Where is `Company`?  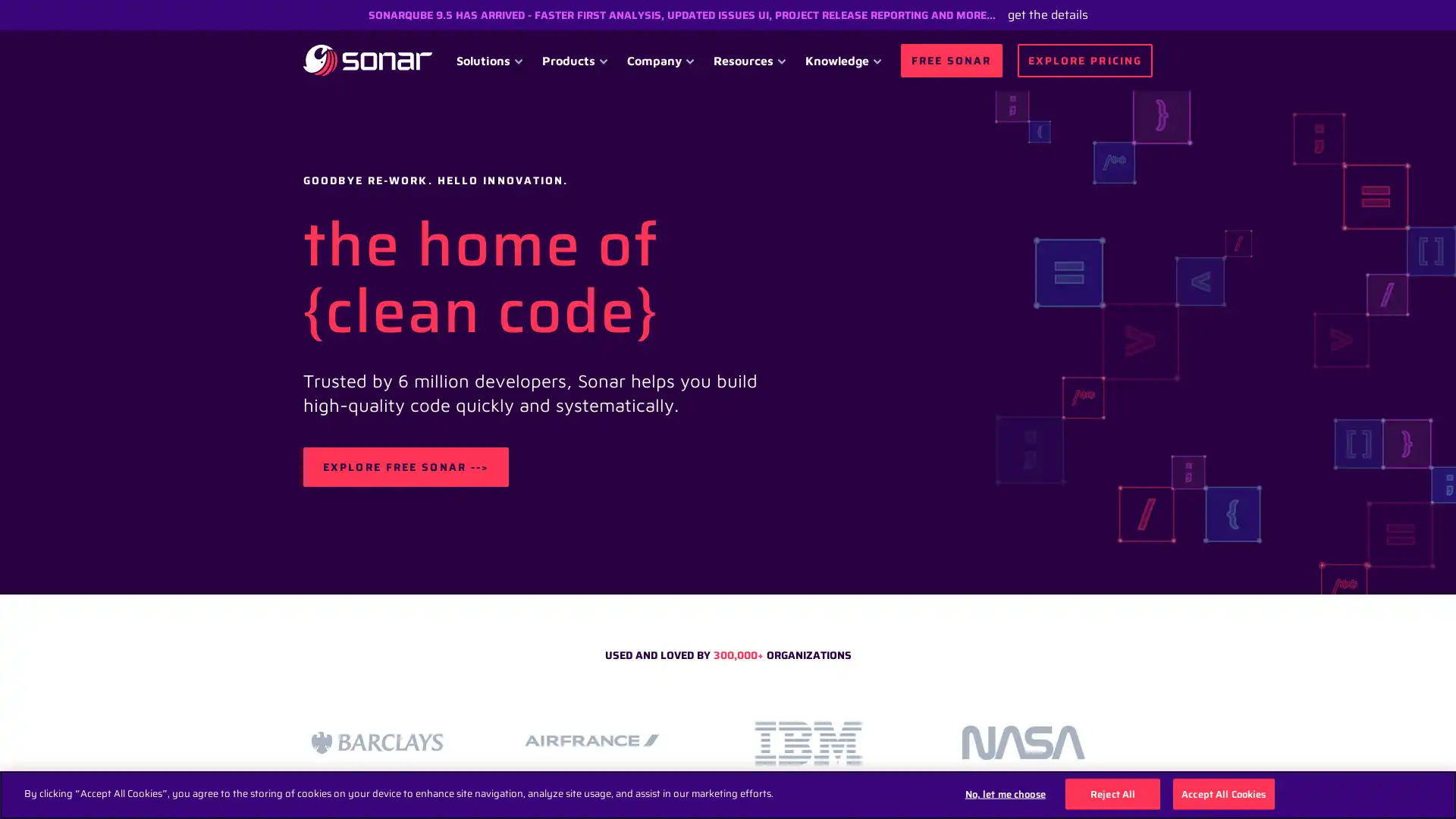
Company is located at coordinates (669, 60).